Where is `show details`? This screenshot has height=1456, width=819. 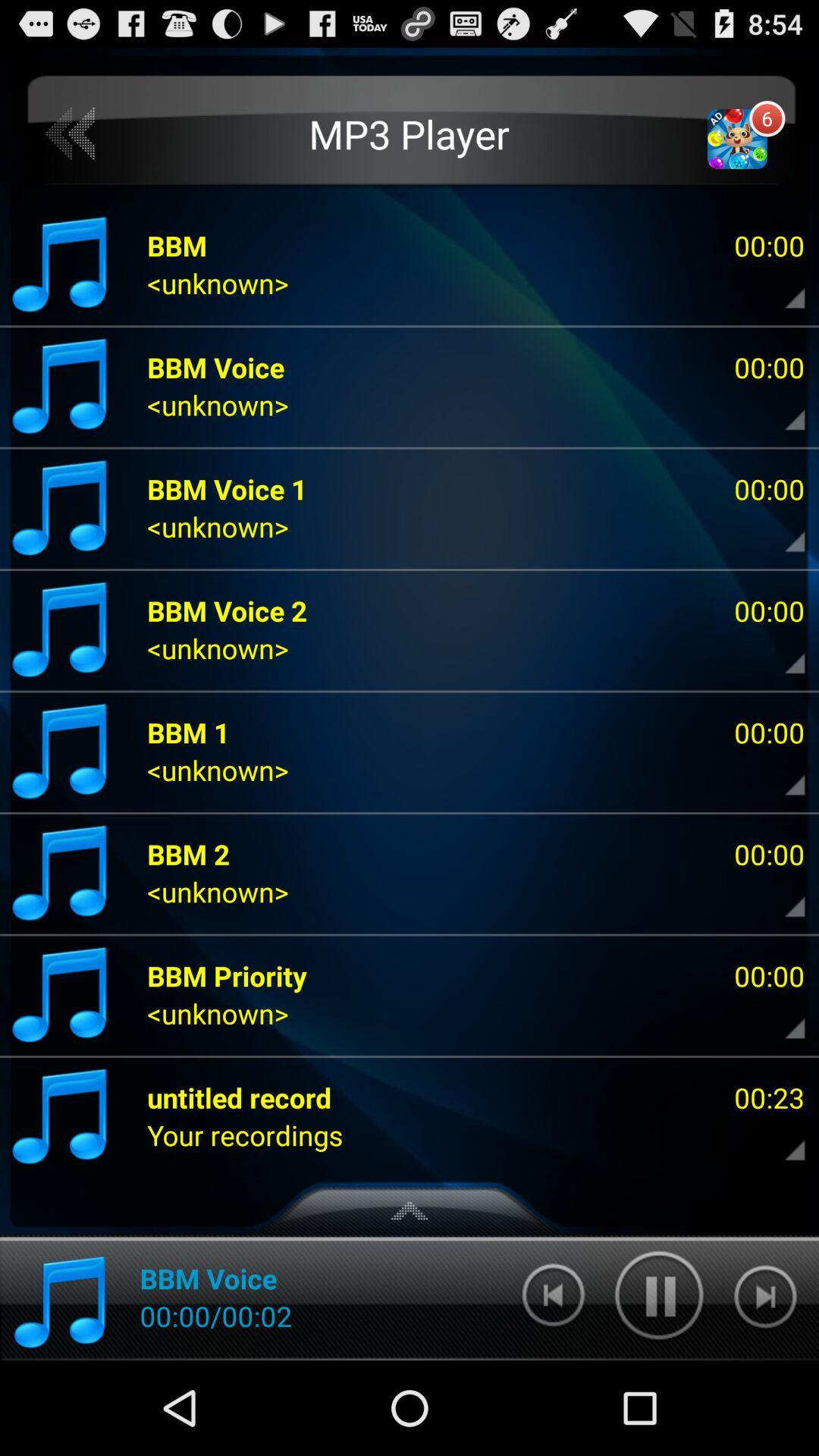
show details is located at coordinates (782, 1135).